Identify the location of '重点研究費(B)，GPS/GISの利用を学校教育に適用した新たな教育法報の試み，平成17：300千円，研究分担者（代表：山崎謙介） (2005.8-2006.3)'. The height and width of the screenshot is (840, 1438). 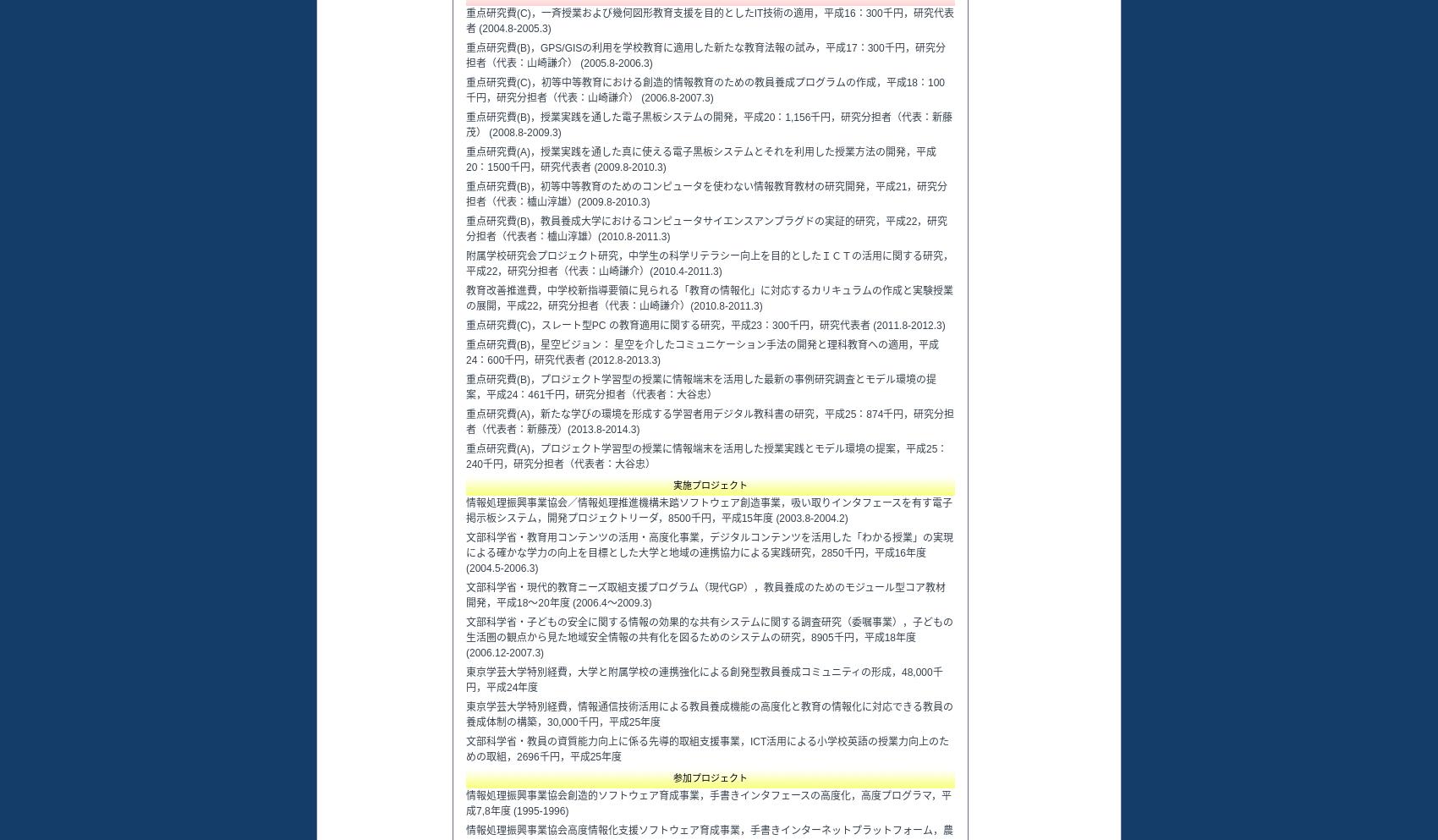
(705, 56).